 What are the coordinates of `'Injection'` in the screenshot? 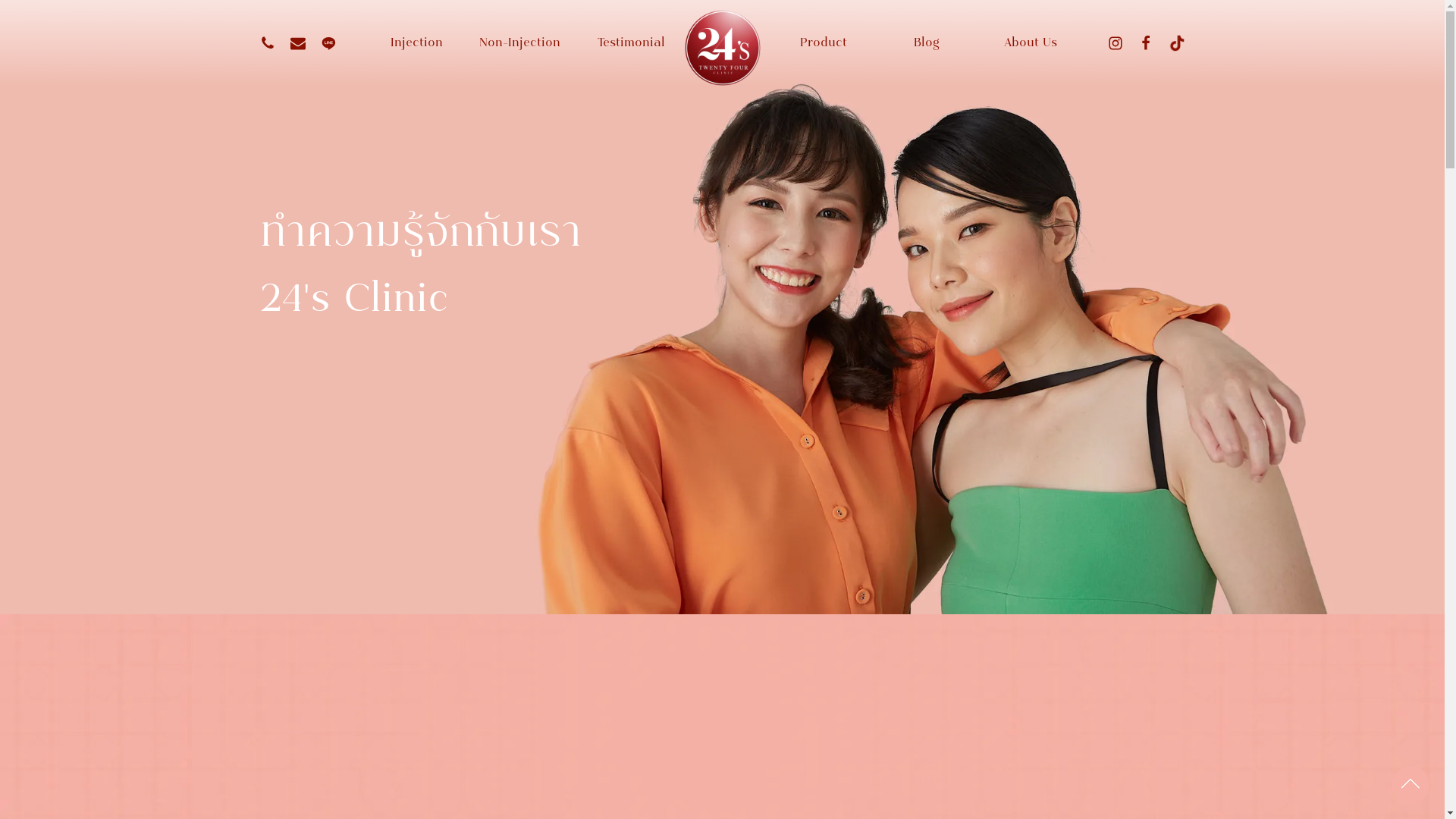 It's located at (389, 42).